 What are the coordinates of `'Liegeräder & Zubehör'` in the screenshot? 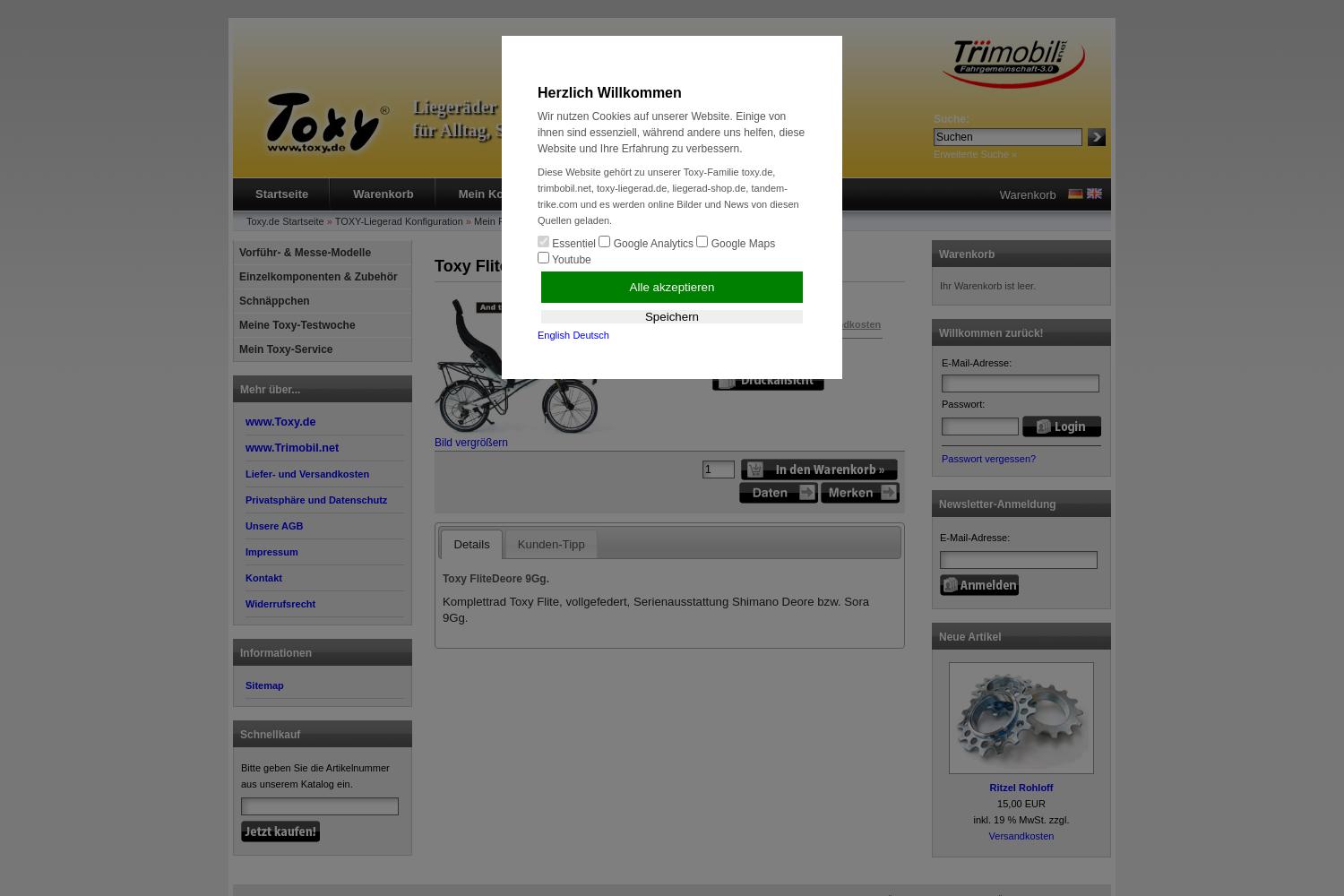 It's located at (499, 106).